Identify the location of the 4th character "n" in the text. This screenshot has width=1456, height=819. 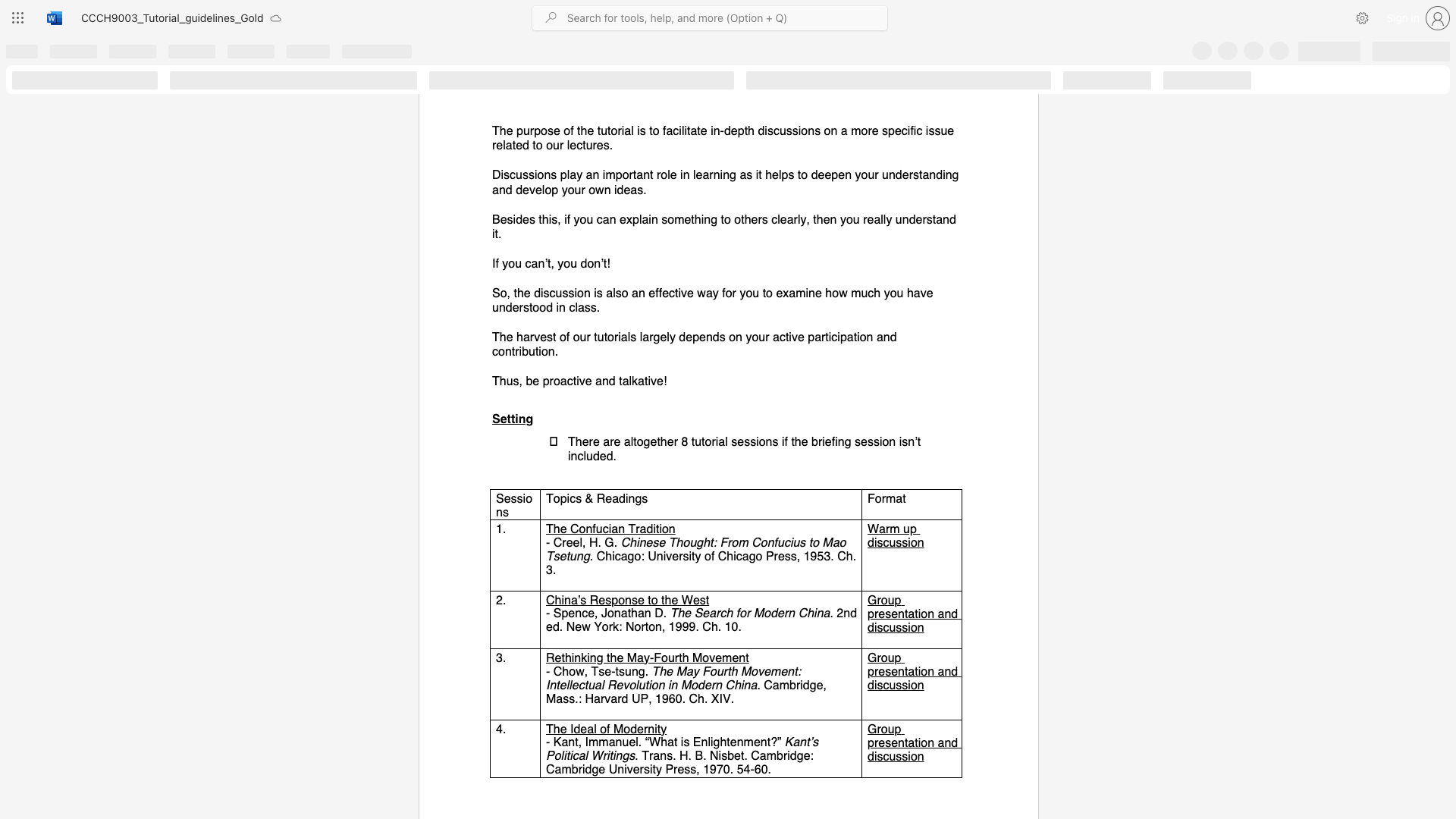
(886, 336).